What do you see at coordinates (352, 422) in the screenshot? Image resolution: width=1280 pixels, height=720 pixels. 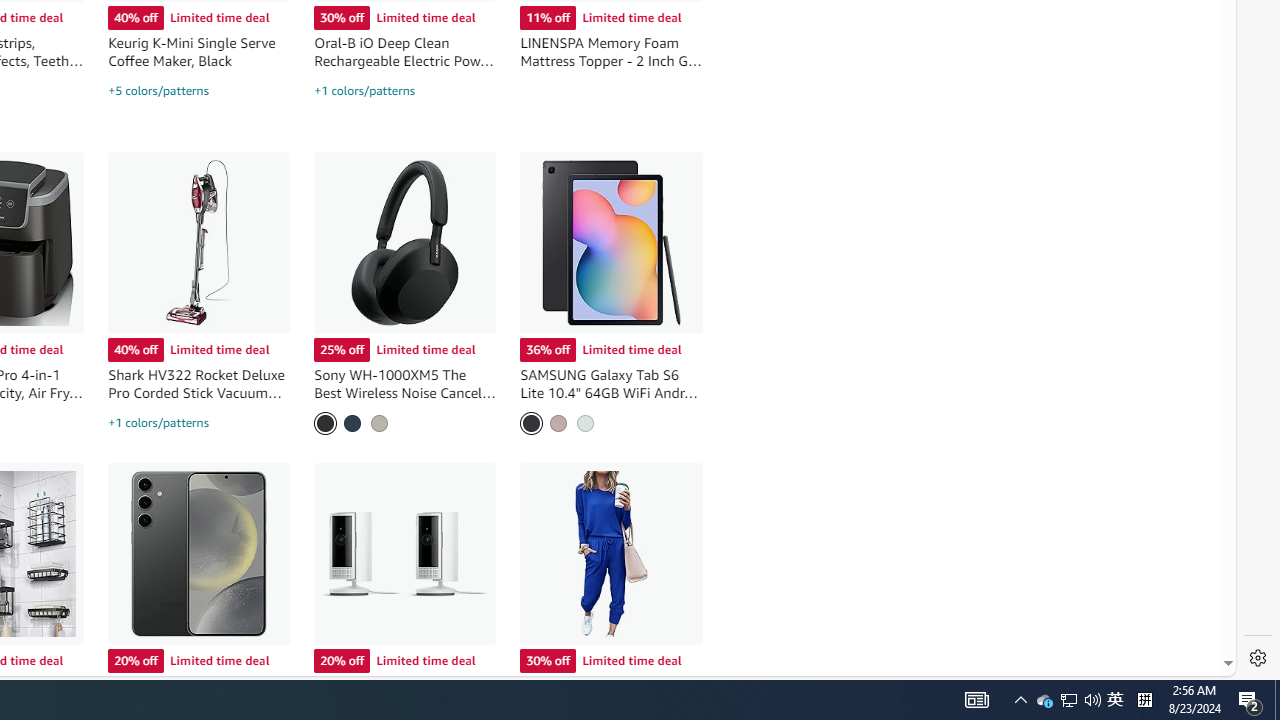 I see `'Midnight Blue'` at bounding box center [352, 422].